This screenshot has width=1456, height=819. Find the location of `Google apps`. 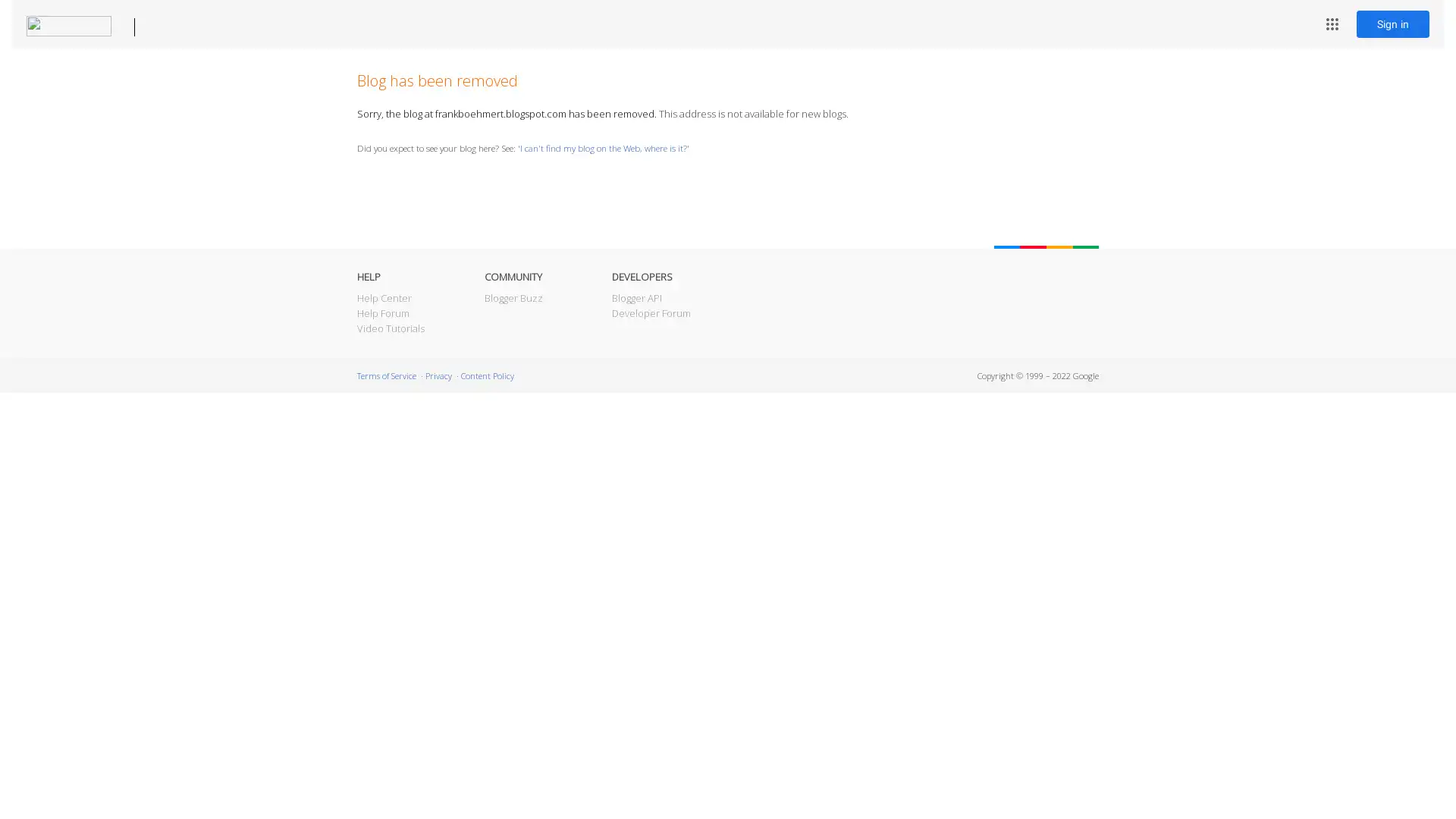

Google apps is located at coordinates (1331, 24).